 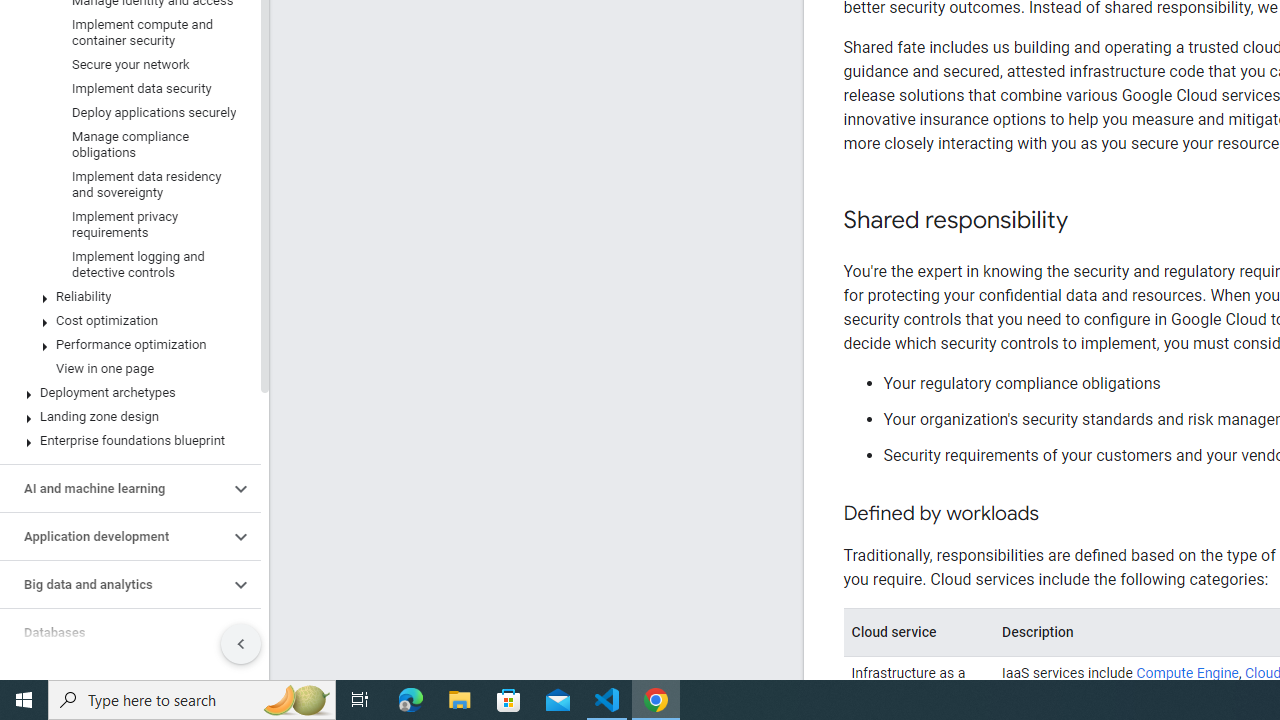 I want to click on 'Landing zone design', so click(x=125, y=415).